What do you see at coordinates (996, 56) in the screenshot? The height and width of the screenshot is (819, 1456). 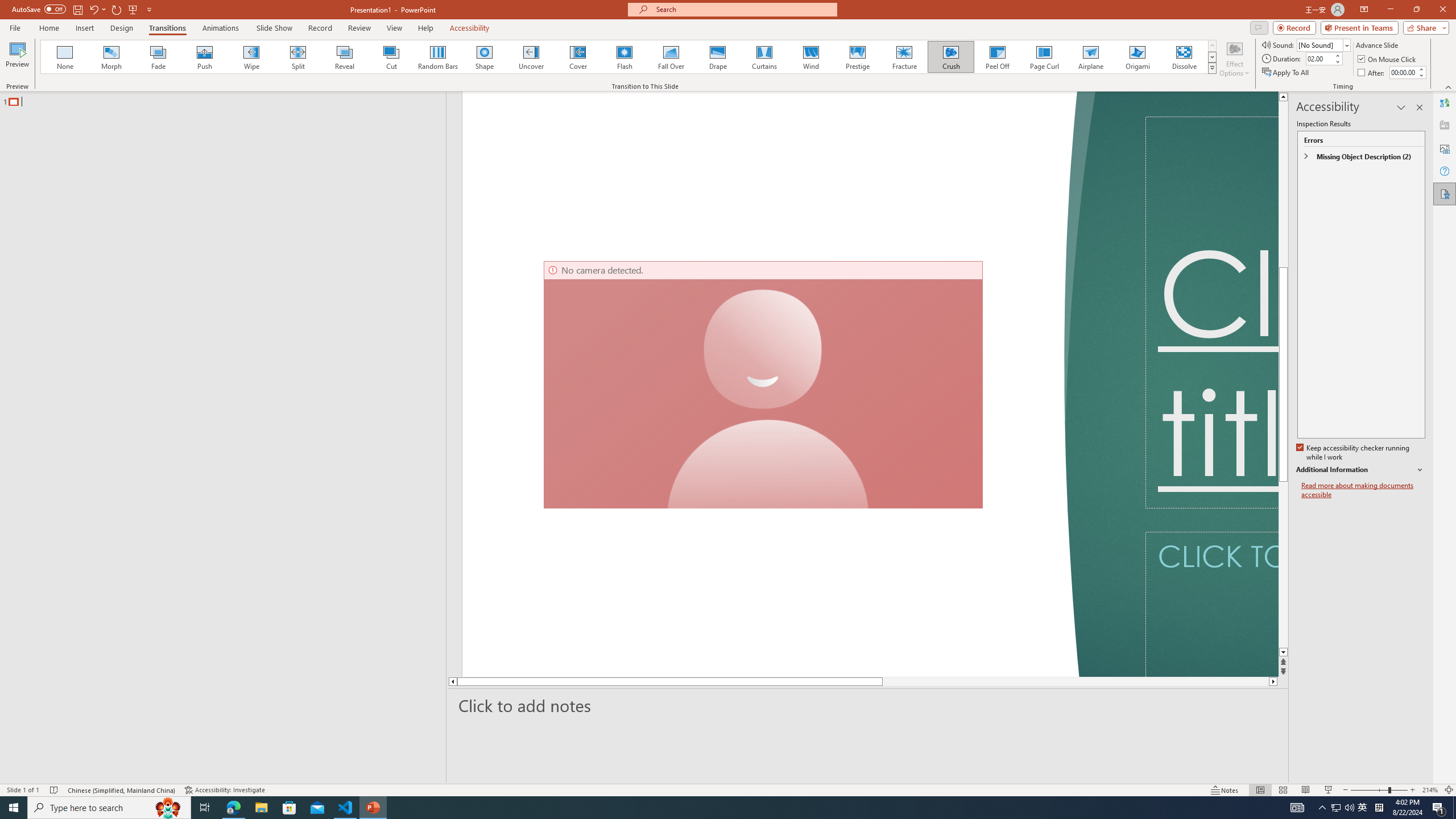 I see `'Peel Off'` at bounding box center [996, 56].